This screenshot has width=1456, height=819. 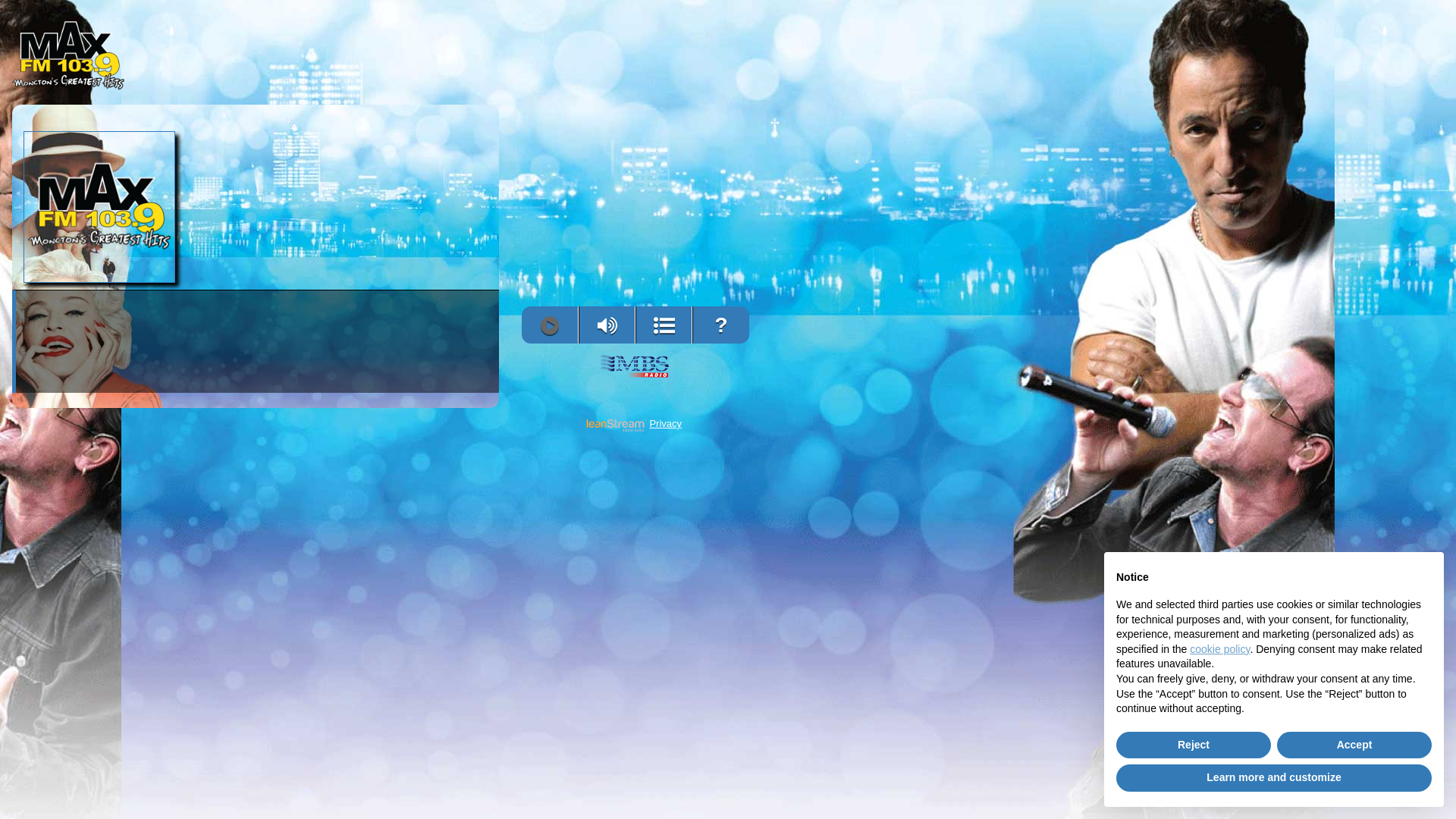 I want to click on 'Reject', so click(x=1116, y=745).